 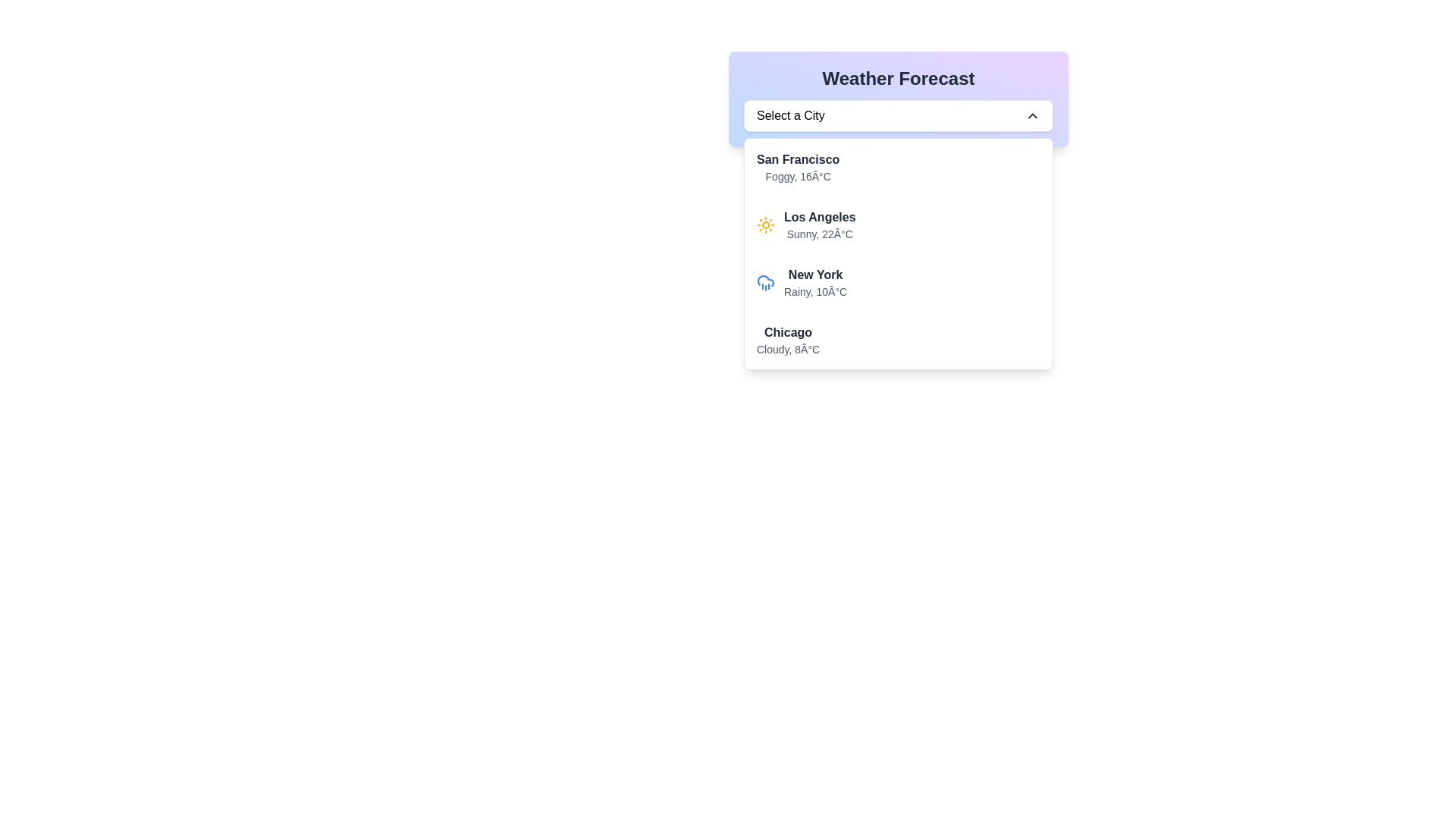 What do you see at coordinates (899, 167) in the screenshot?
I see `the List item displaying weather information for 'San Francisco' with the current condition 'Foggy' and temperature '16°C', which is the first item in the vertical list of cities` at bounding box center [899, 167].